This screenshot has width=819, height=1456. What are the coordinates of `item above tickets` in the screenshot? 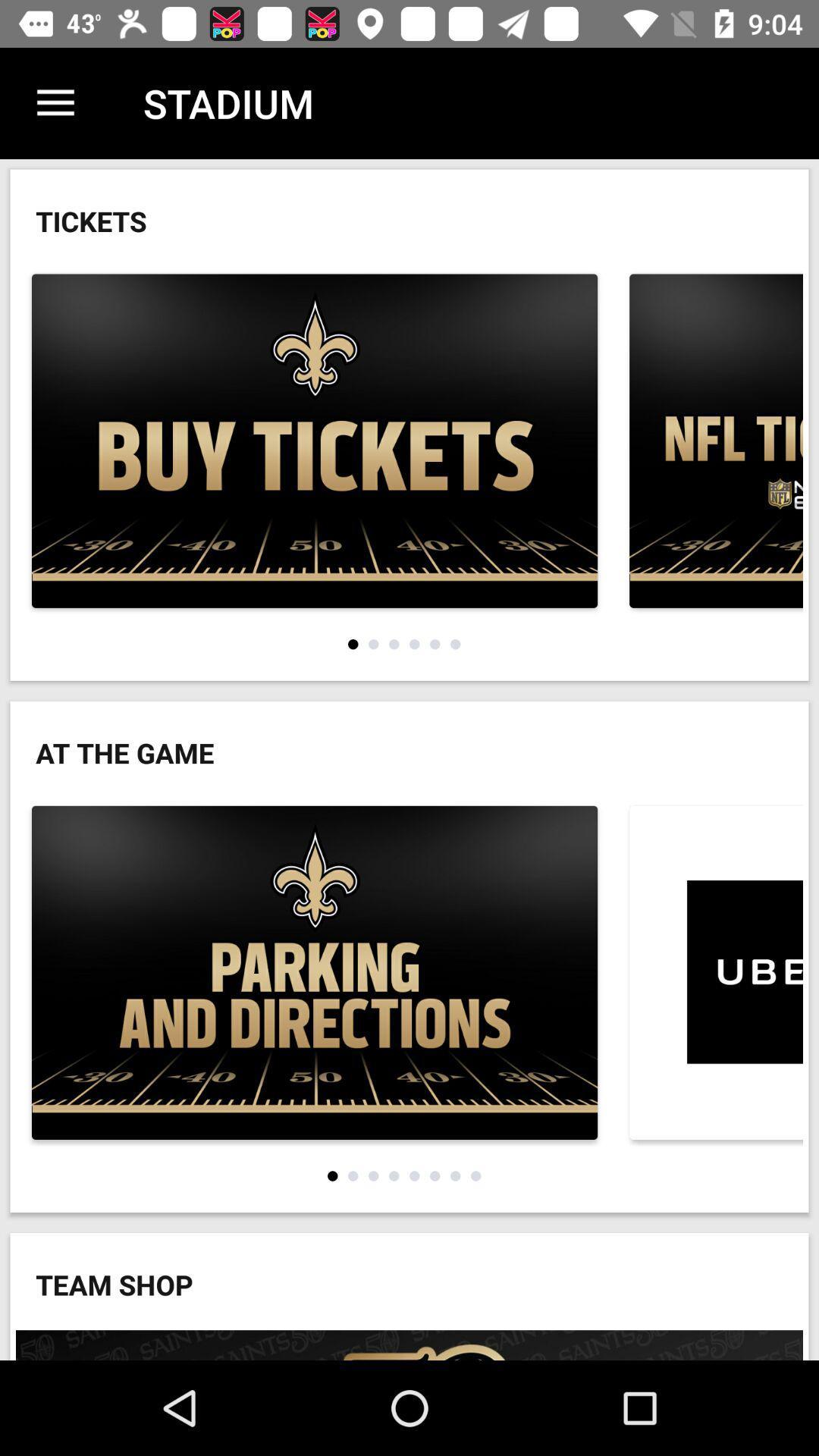 It's located at (55, 102).